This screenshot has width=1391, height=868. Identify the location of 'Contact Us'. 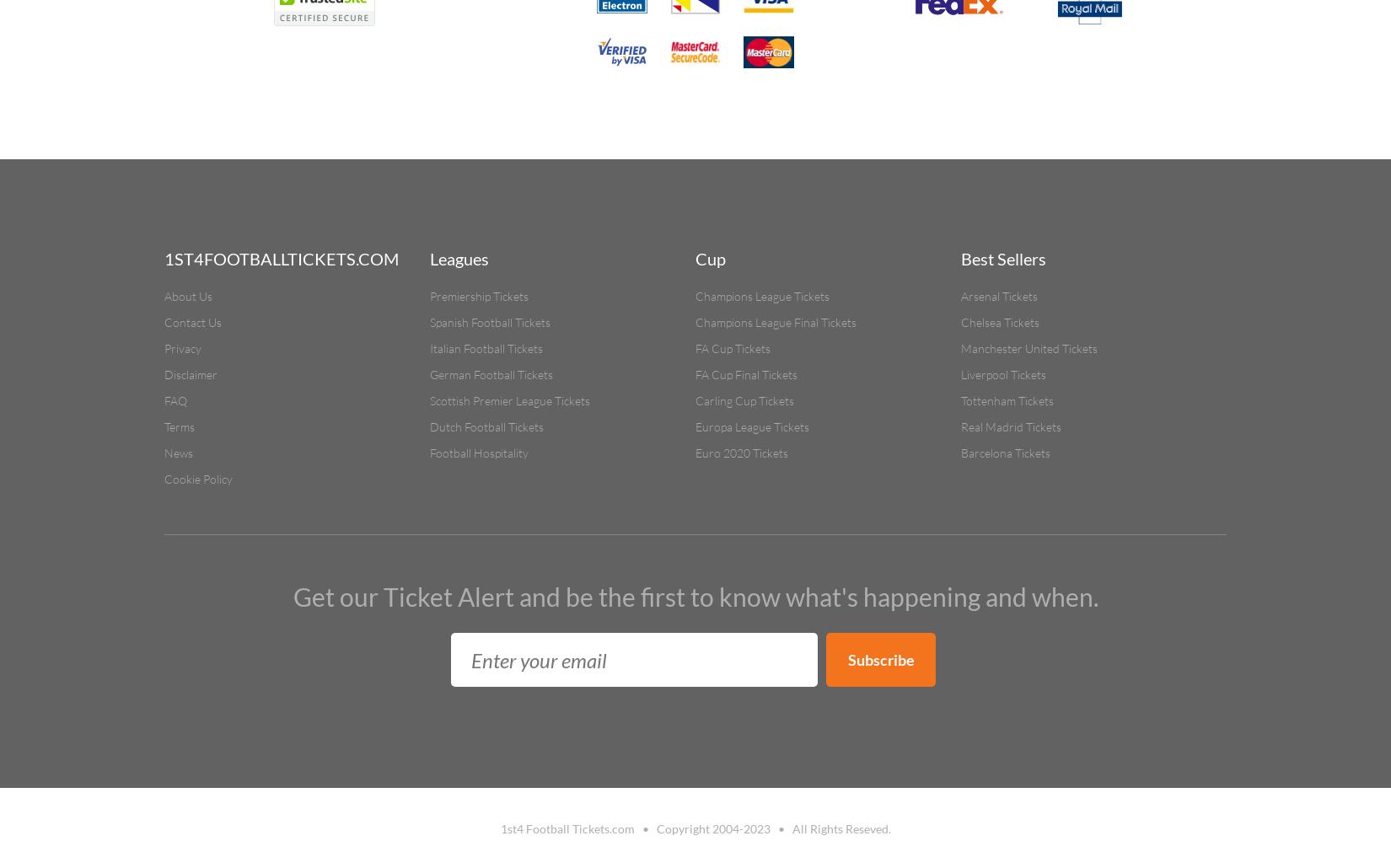
(193, 322).